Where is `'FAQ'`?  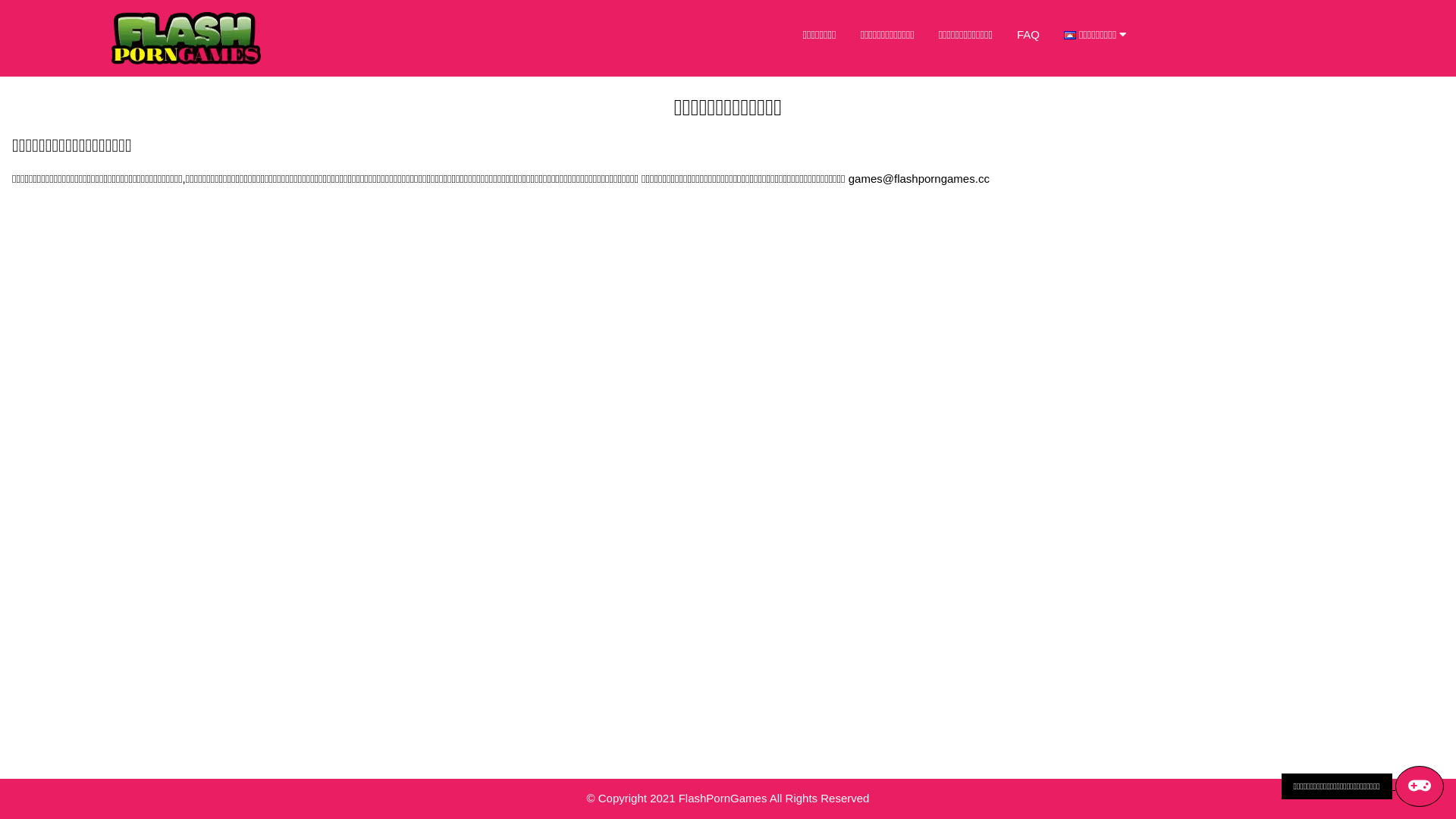
'FAQ' is located at coordinates (1028, 34).